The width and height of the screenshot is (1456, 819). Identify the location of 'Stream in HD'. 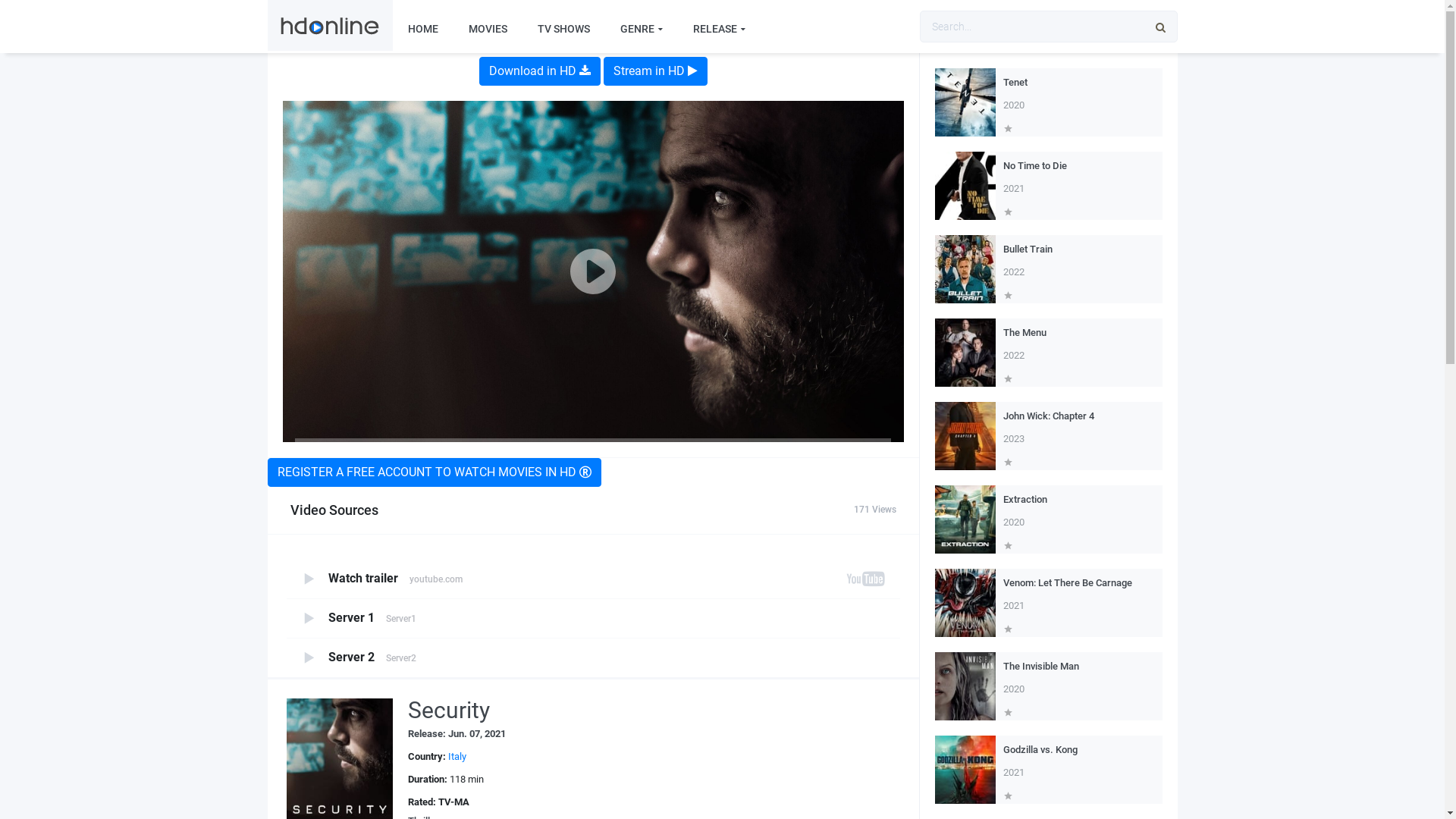
(655, 71).